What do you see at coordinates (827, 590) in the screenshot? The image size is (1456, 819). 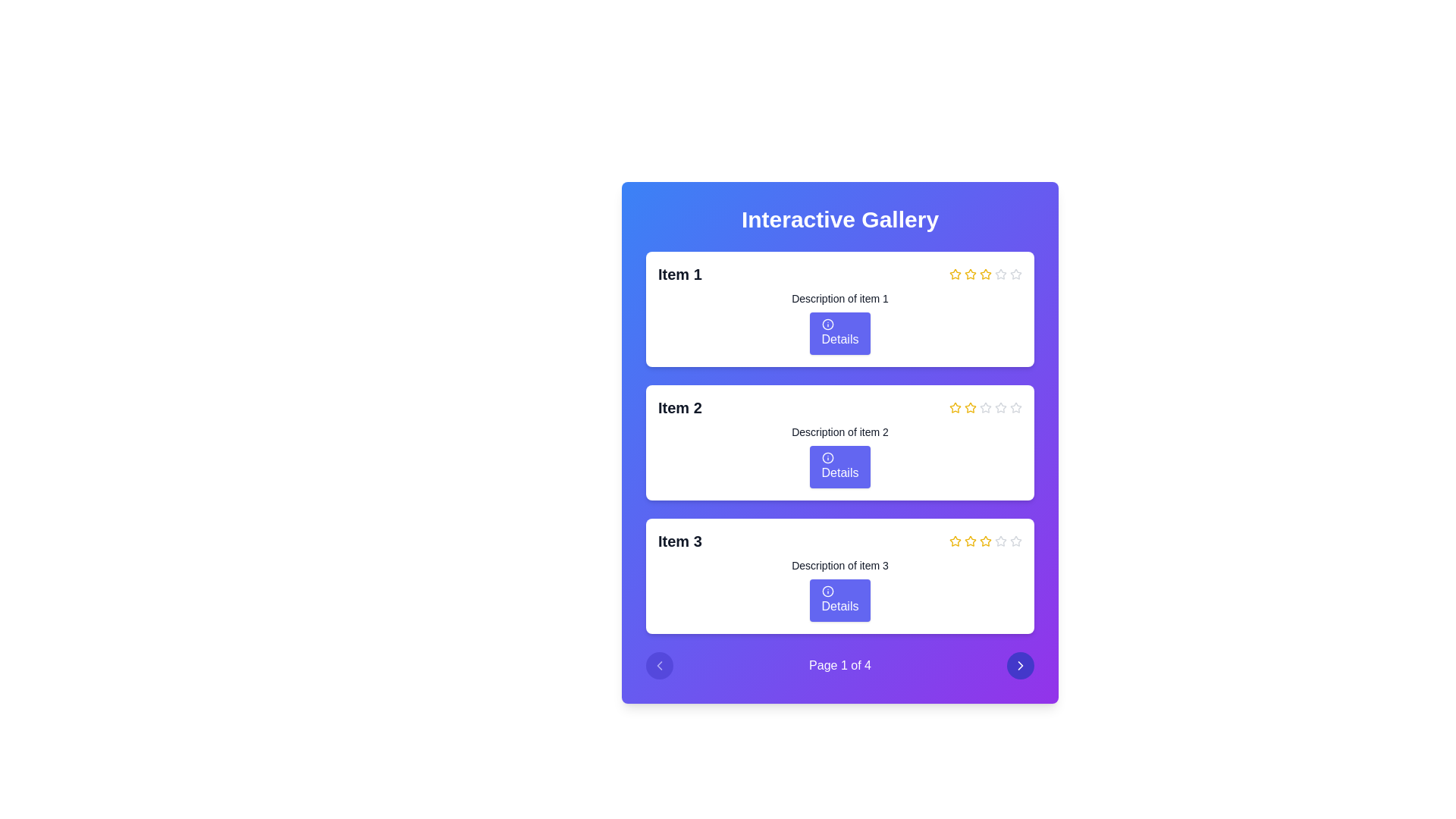 I see `the circular part of the 'info' icon, which contains an 'i' shape, located in the 'Details' button under 'Item 3'` at bounding box center [827, 590].